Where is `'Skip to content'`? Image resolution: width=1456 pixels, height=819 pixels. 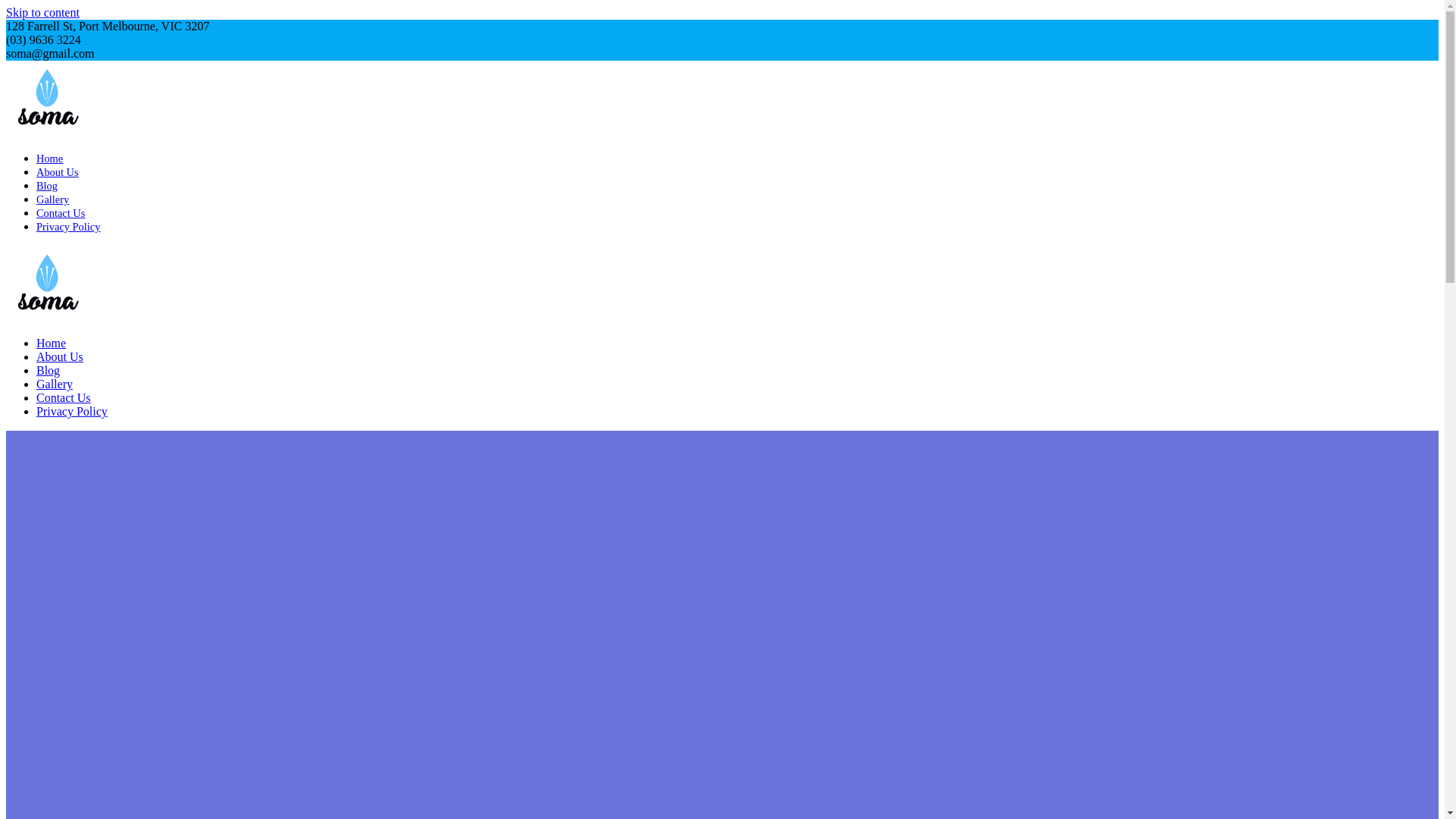
'Skip to content' is located at coordinates (42, 12).